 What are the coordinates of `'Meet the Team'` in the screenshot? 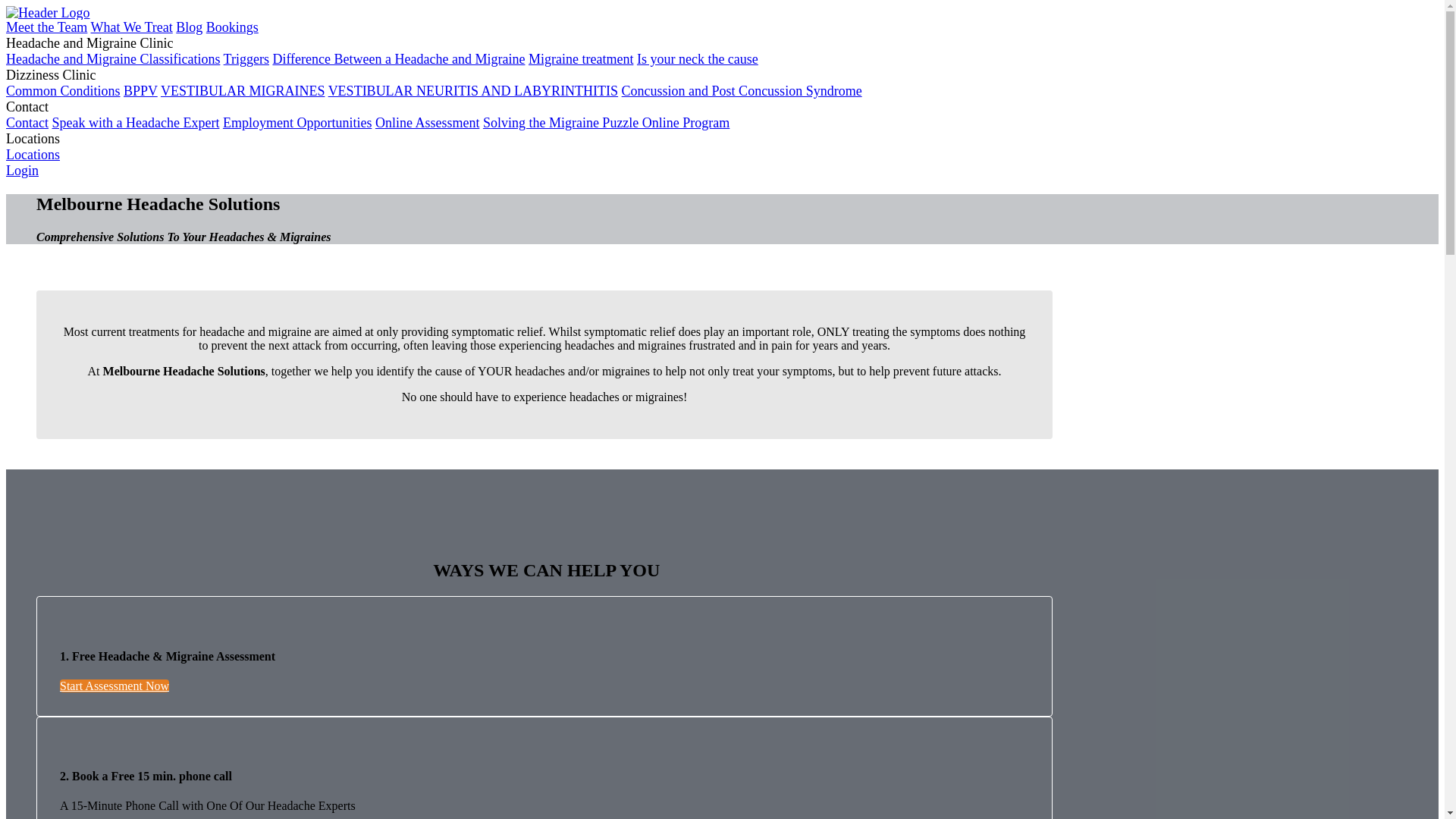 It's located at (46, 27).